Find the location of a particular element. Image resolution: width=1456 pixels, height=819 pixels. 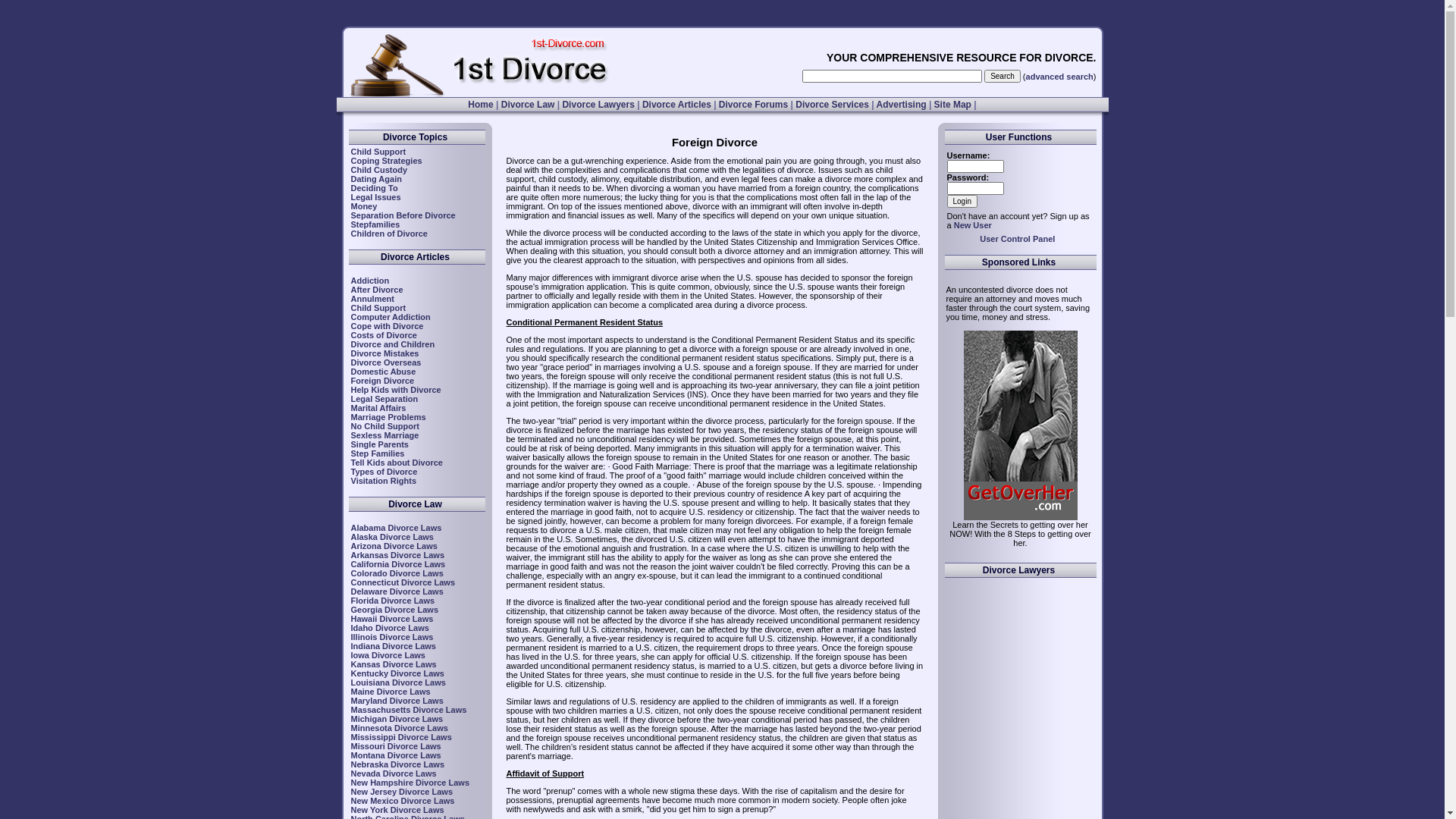

'Annulment' is located at coordinates (372, 298).